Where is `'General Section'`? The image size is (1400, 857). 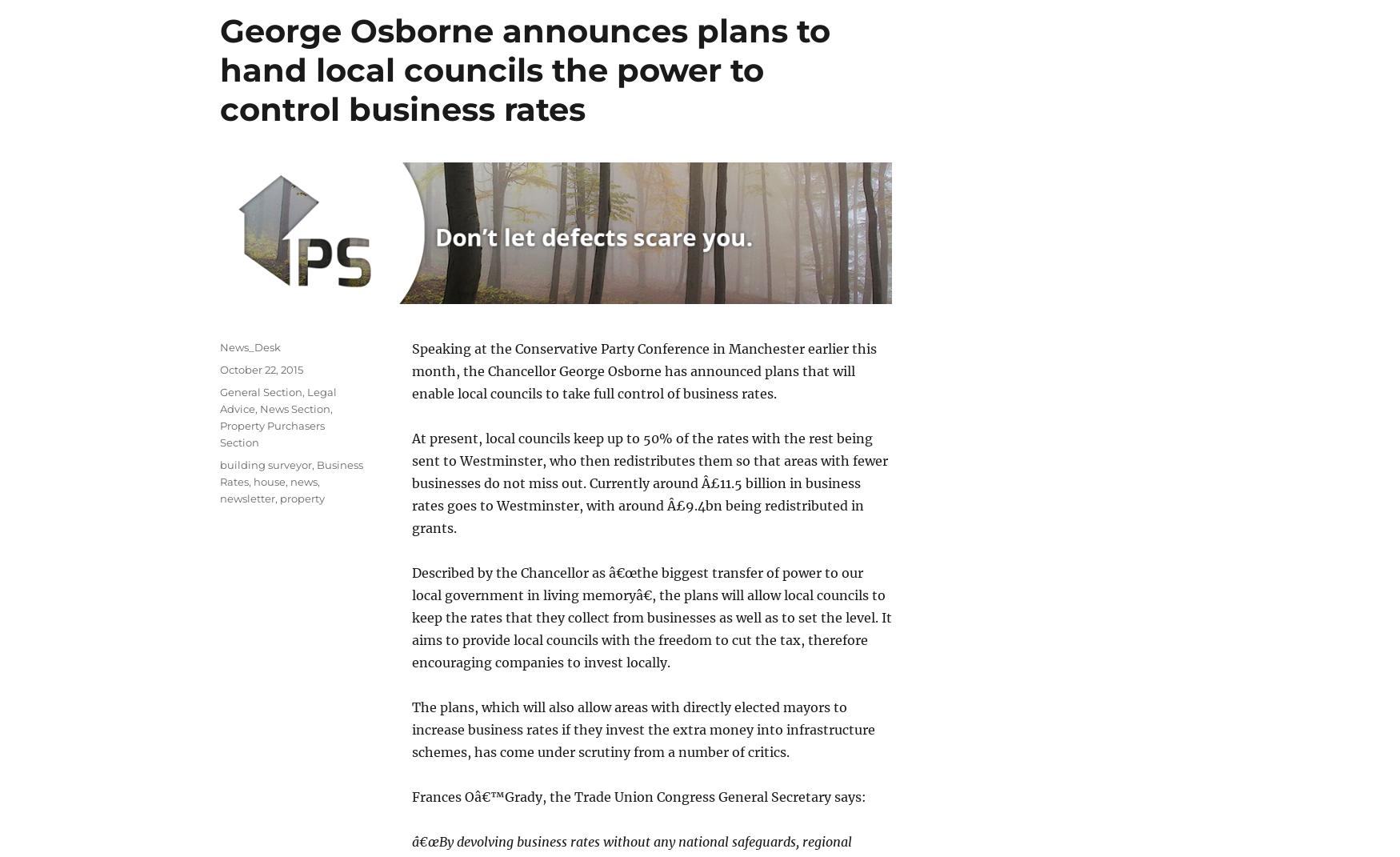
'General Section' is located at coordinates (261, 390).